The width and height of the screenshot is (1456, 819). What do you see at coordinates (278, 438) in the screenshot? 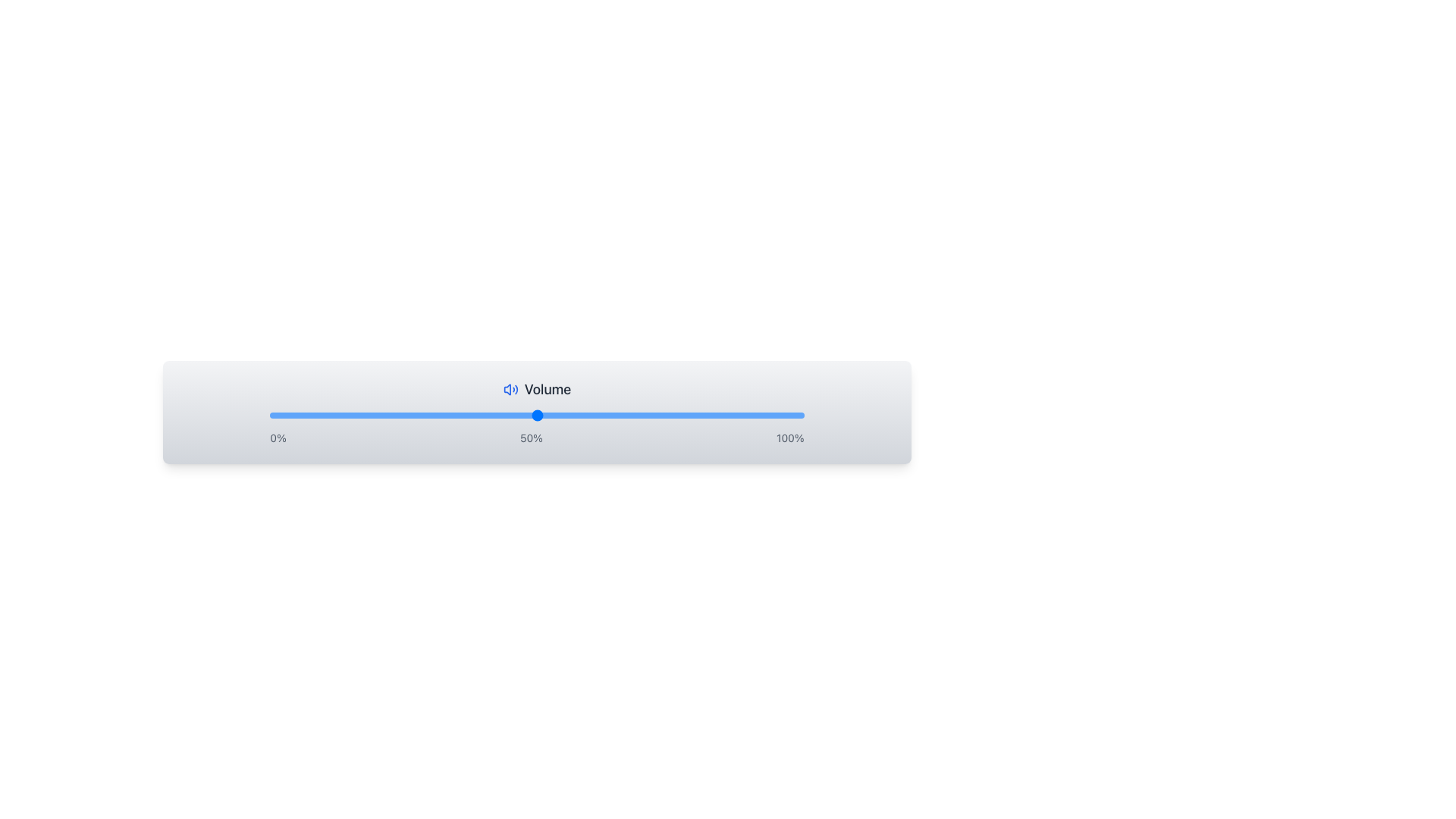
I see `the static text label displaying '0%' which is aligned to the left of a volume control slider` at bounding box center [278, 438].